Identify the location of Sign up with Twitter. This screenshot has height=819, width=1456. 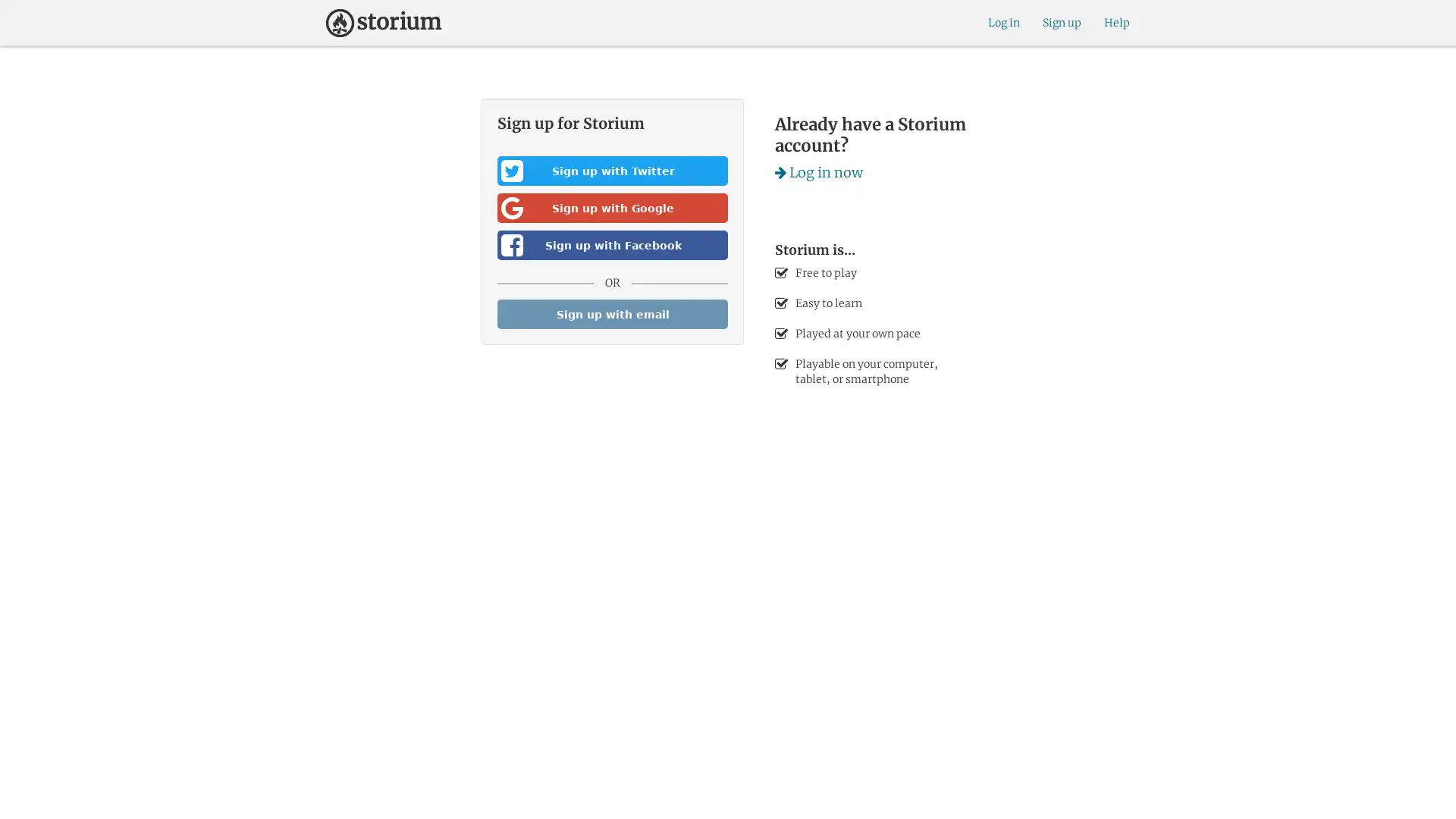
(612, 171).